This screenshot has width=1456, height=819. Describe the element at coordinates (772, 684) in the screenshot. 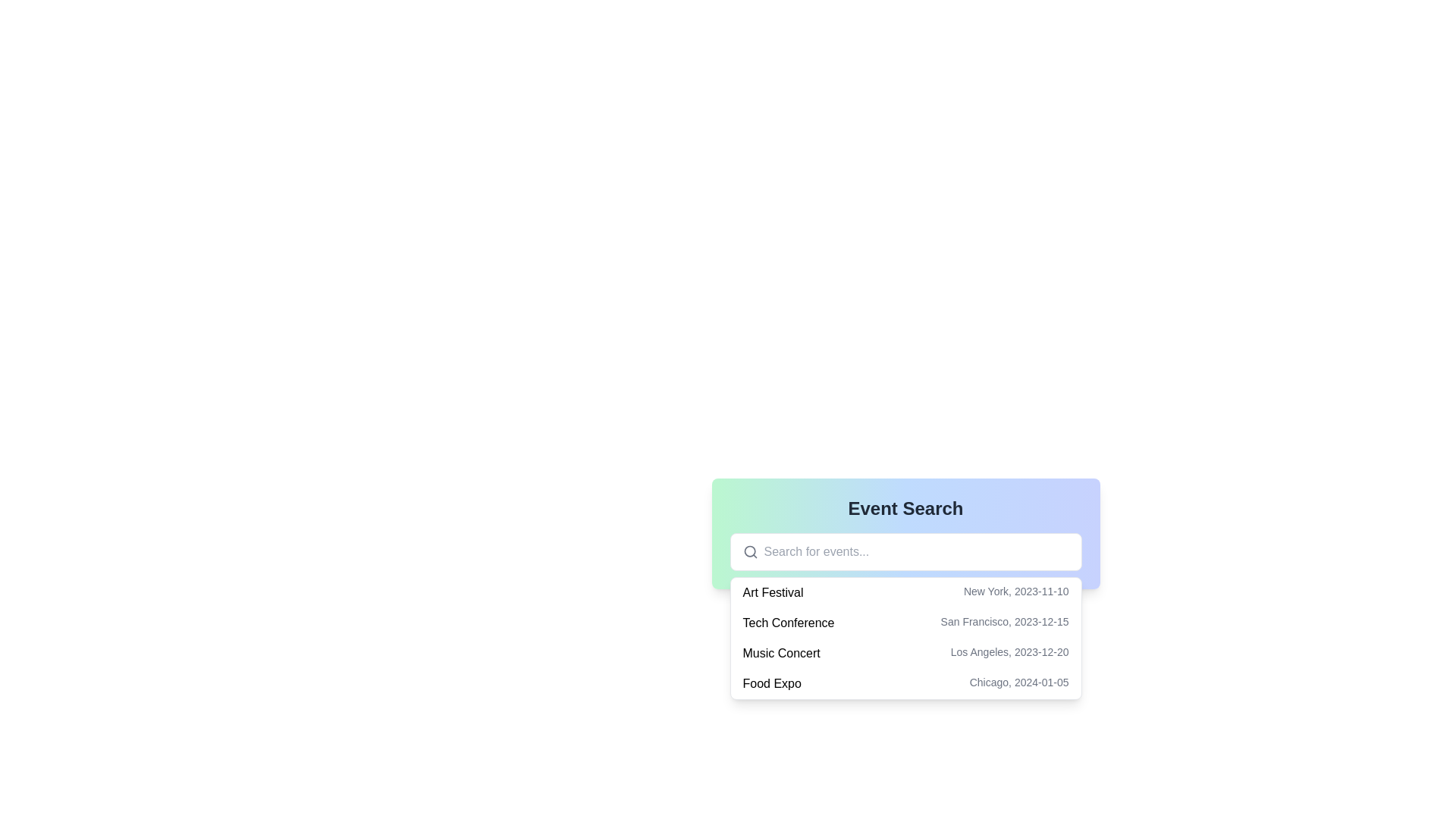

I see `the text label 'Food Expo' in the event list` at that location.